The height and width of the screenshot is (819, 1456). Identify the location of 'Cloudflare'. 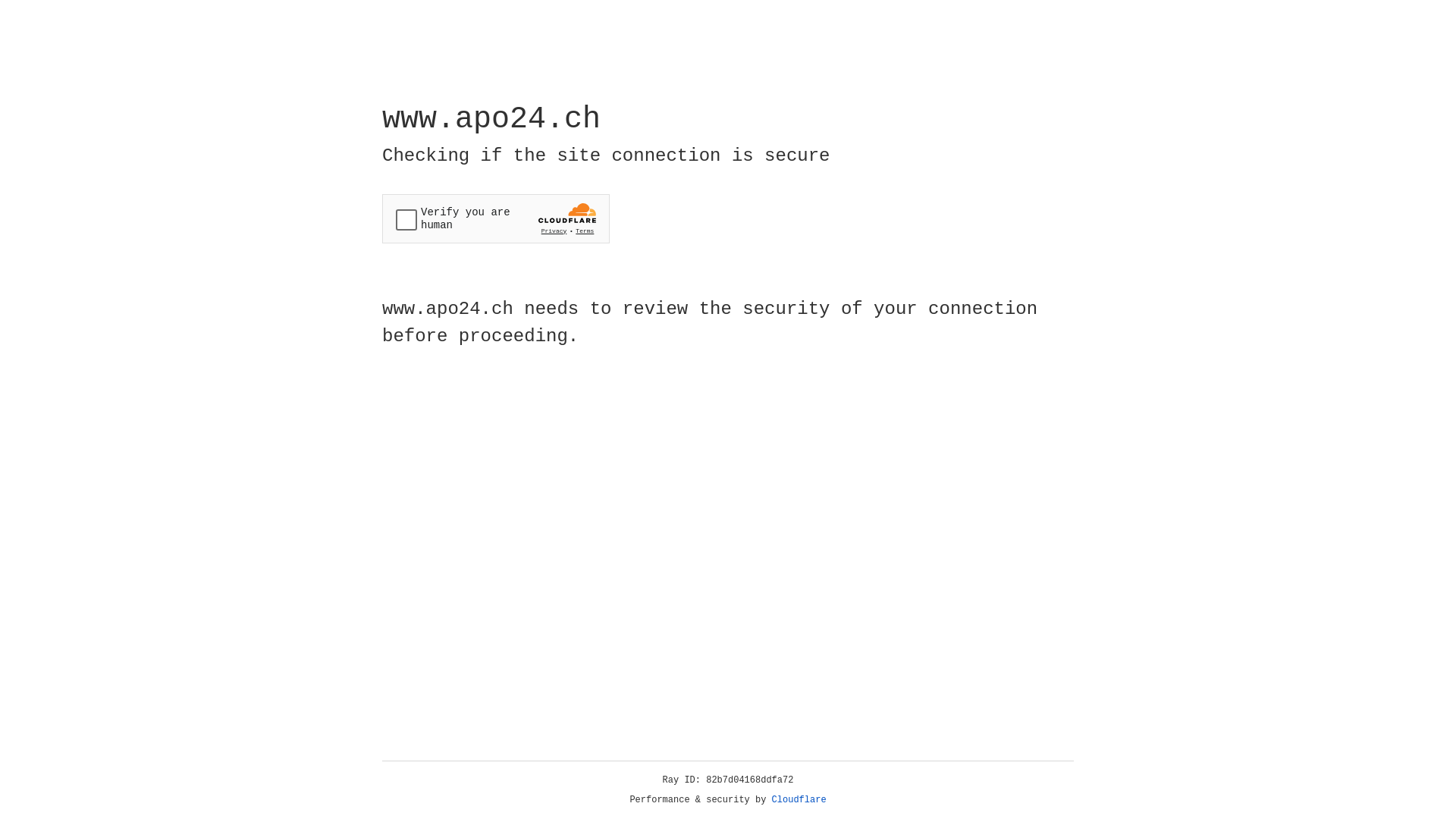
(799, 799).